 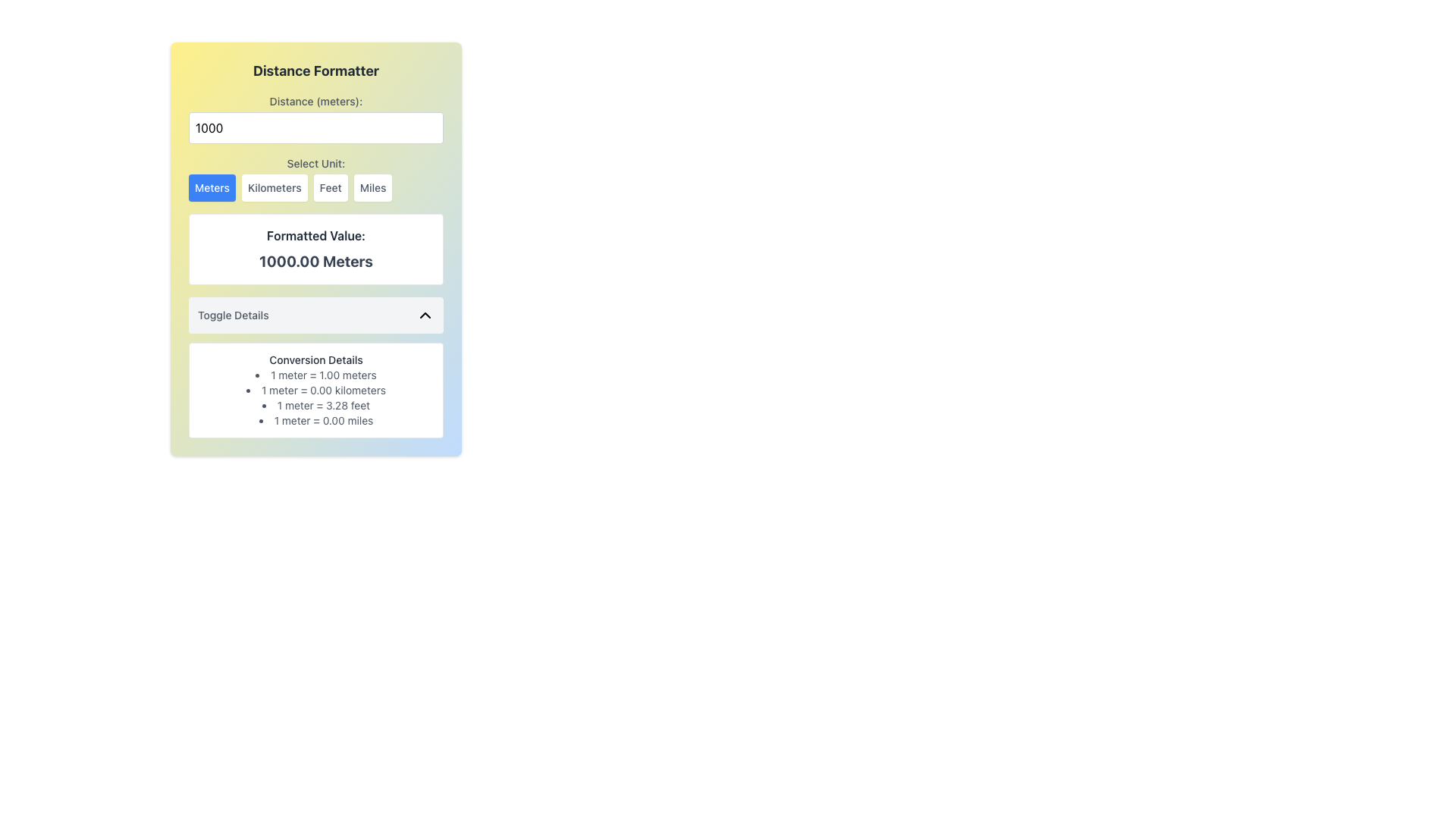 I want to click on the 'Miles' button to trigger a visual shadow effect, indicating it is selected for distance measurement, so click(x=373, y=187).